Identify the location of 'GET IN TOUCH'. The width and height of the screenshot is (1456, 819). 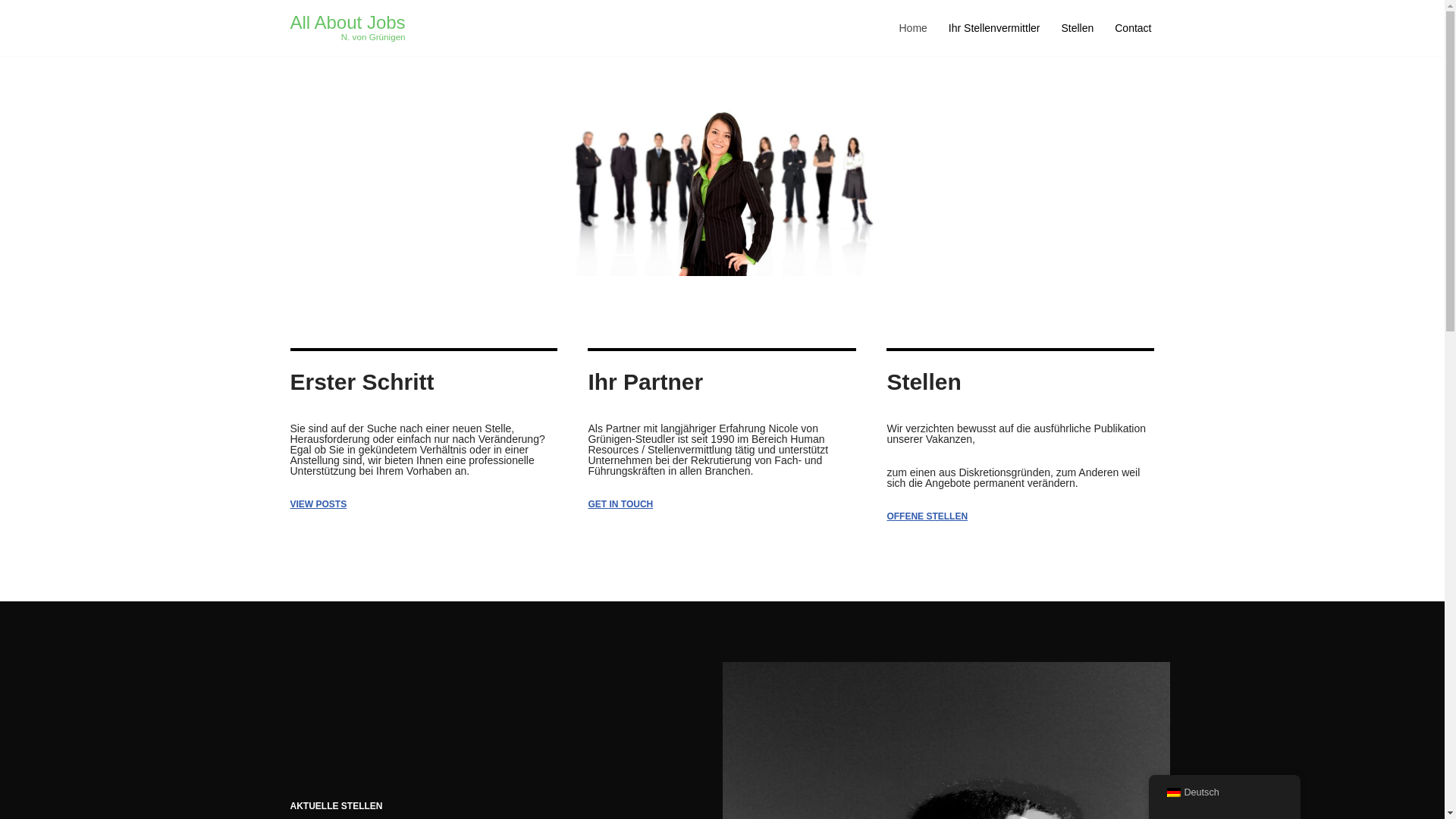
(620, 504).